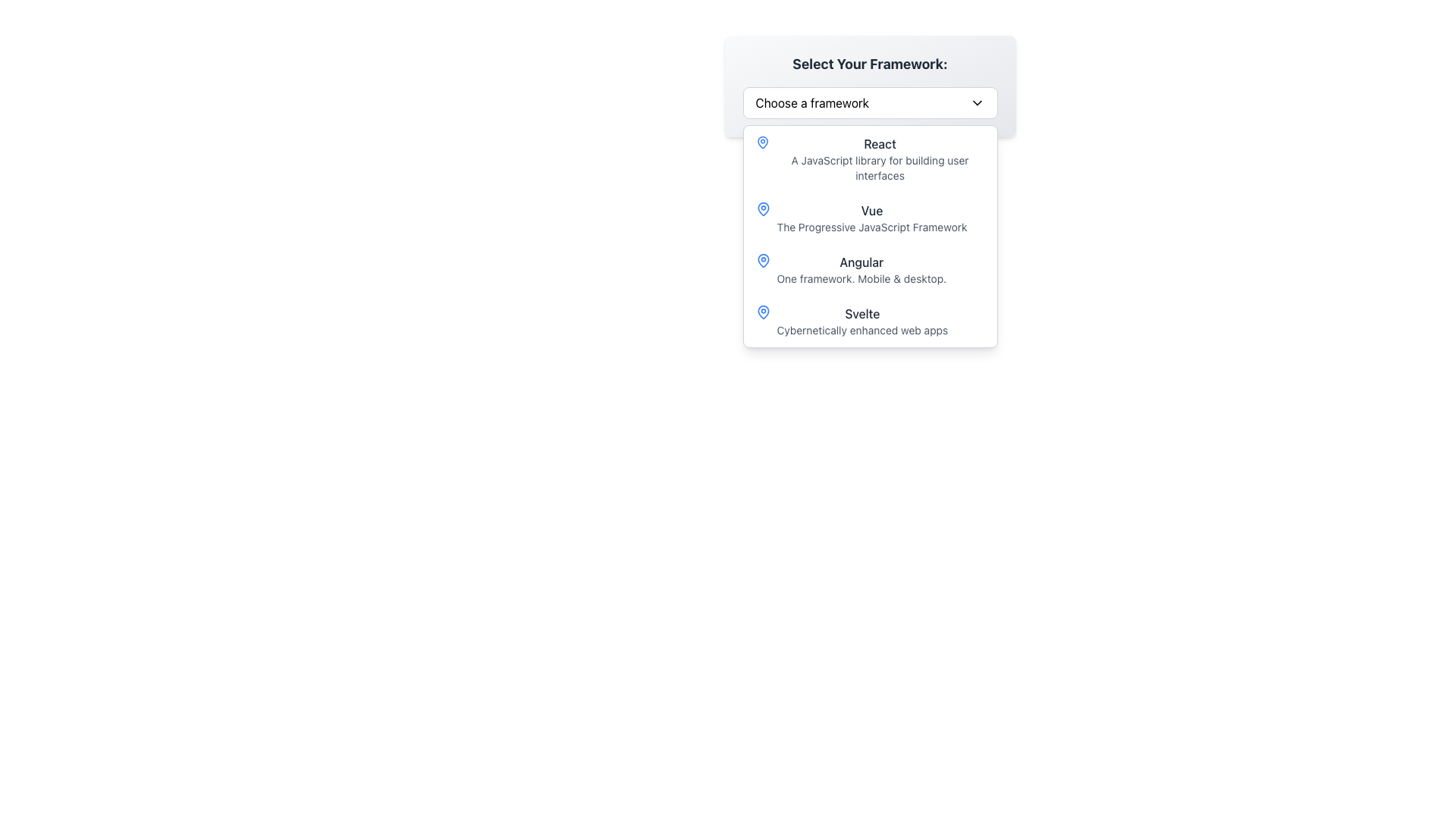 This screenshot has width=1456, height=819. What do you see at coordinates (870, 237) in the screenshot?
I see `an option from the dropdown menu located below the 'Choose a framework' button by clicking on it` at bounding box center [870, 237].